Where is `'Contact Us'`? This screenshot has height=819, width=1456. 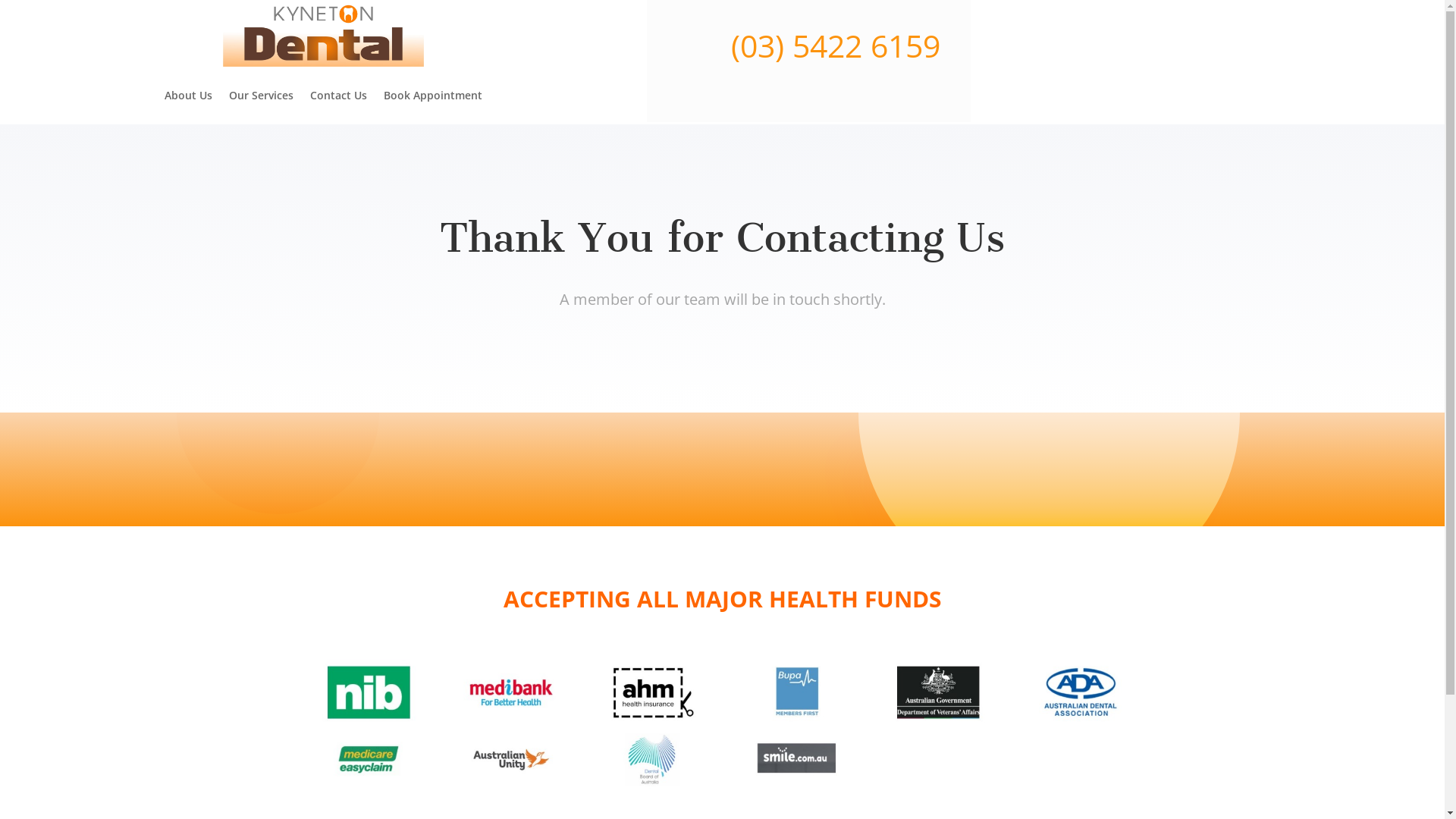 'Contact Us' is located at coordinates (337, 96).